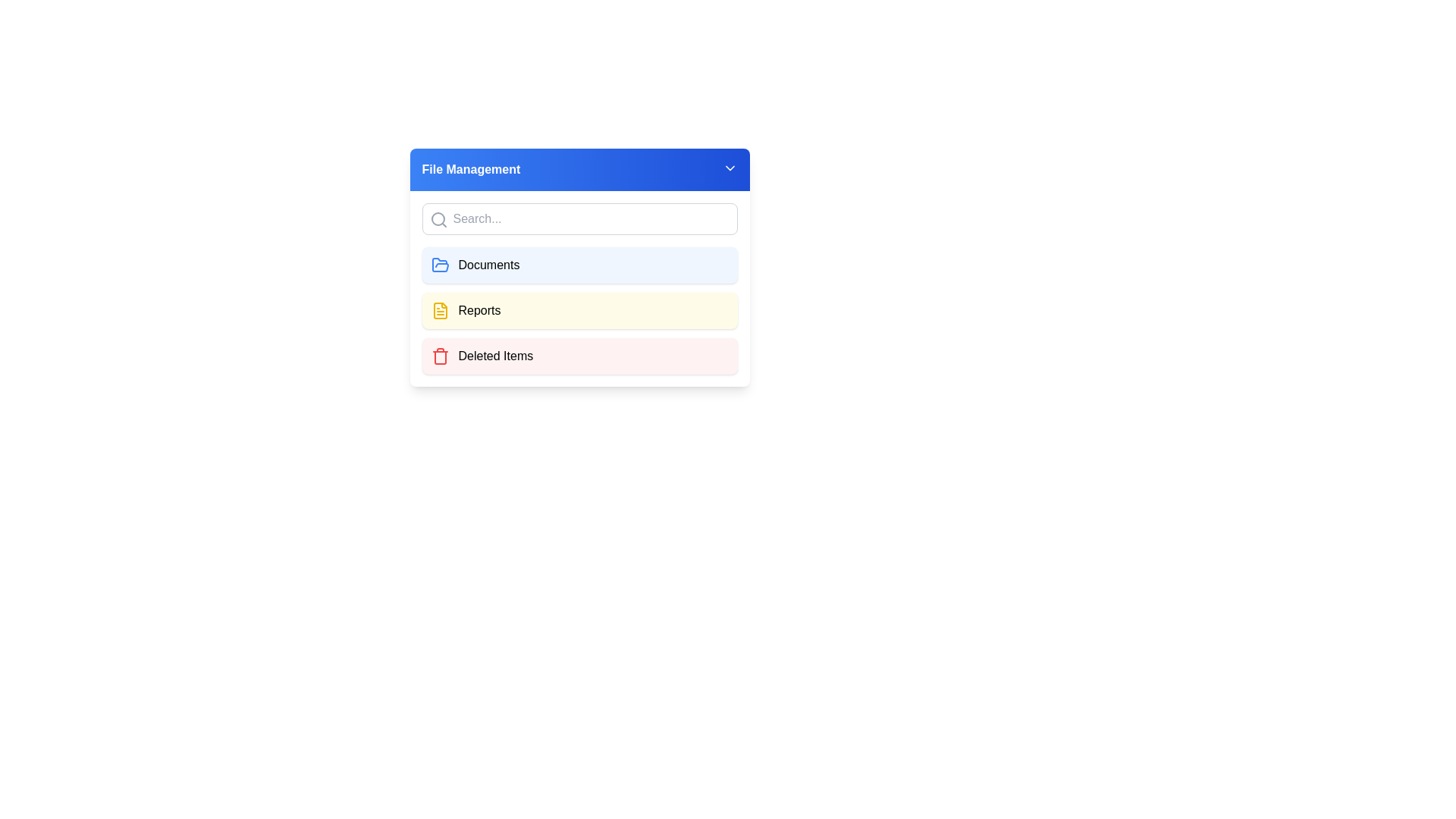 This screenshot has width=1456, height=819. Describe the element at coordinates (437, 219) in the screenshot. I see `the circular SVG element that represents the lens of the magnifying glass icon located to the left of the search input box in the 'File Management' section` at that location.